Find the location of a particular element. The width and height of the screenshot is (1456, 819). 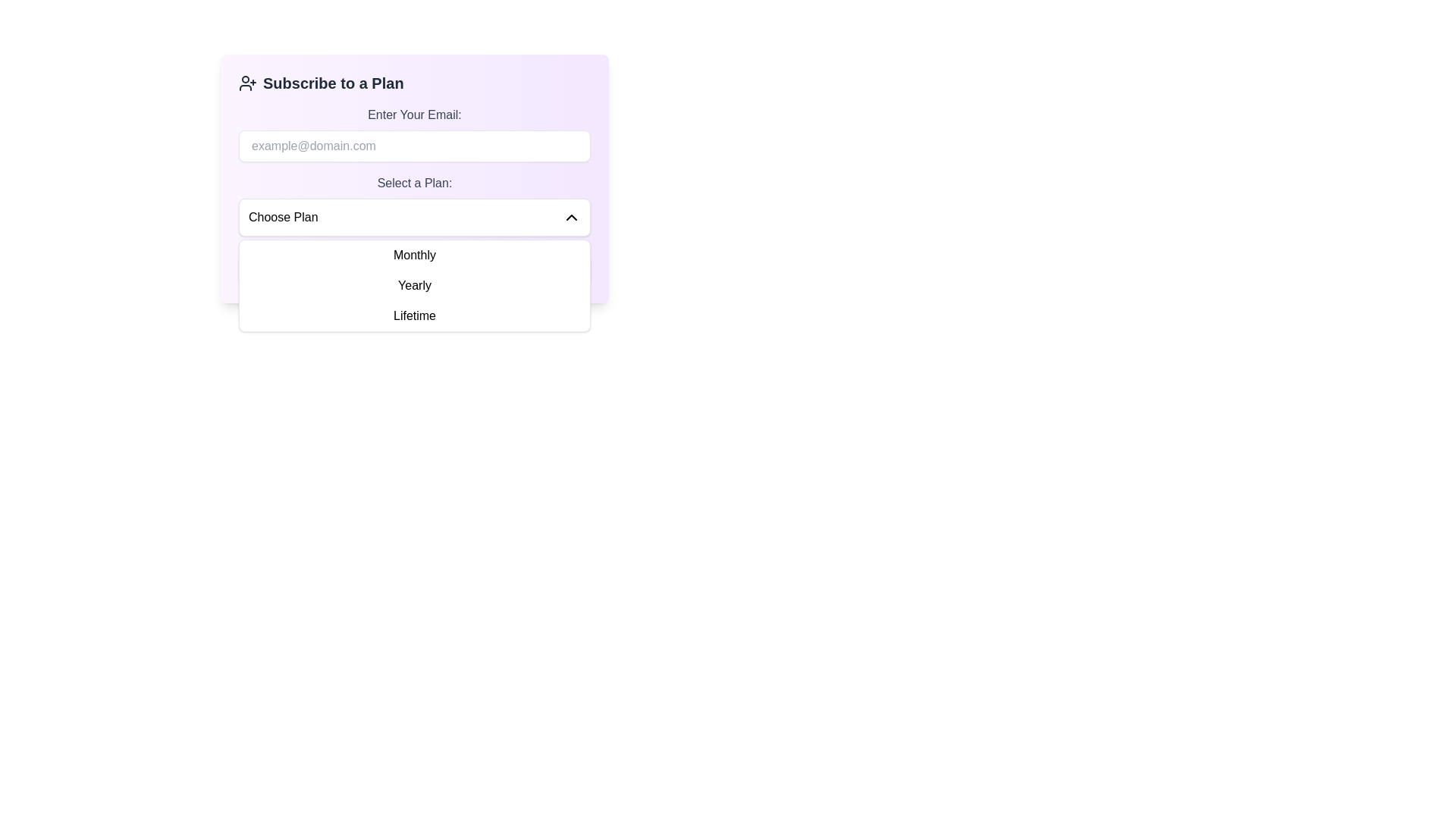

the third option in the dropdown menu is located at coordinates (415, 315).